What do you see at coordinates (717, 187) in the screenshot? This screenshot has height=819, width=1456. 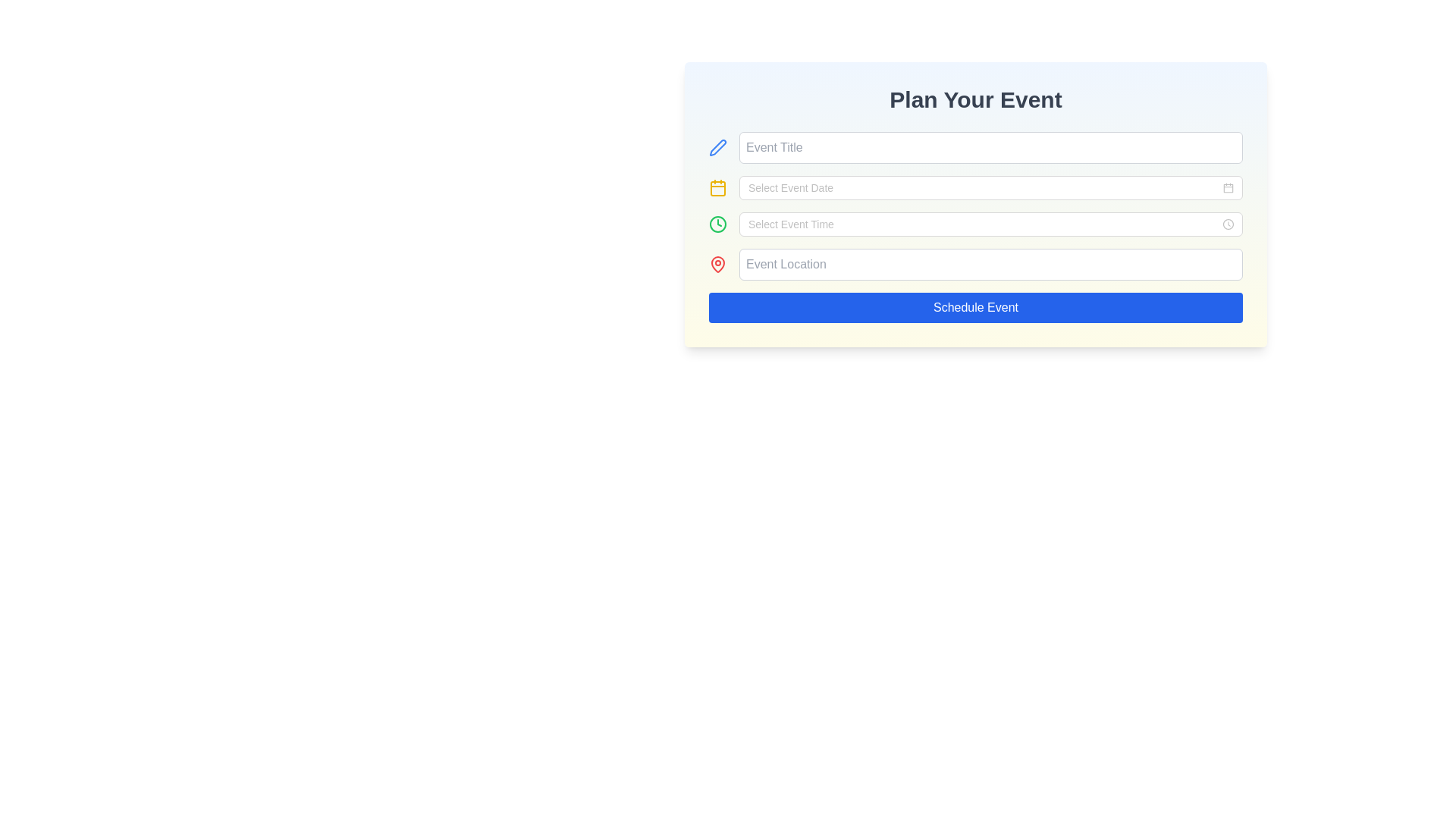 I see `the yellow calendar icon with a square outline and rounded corners, located next to the input field labeled 'Select Event Date'` at bounding box center [717, 187].